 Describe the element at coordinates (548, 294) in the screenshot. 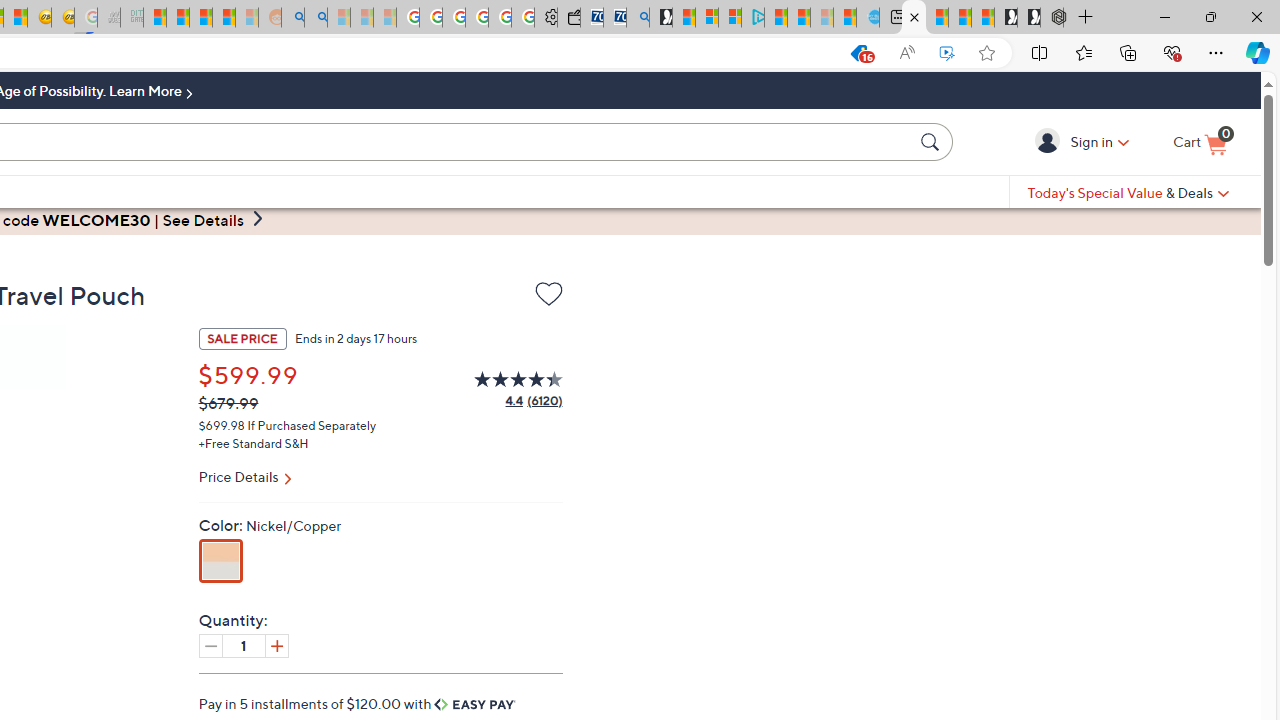

I see `'Add to Wish List'` at that location.